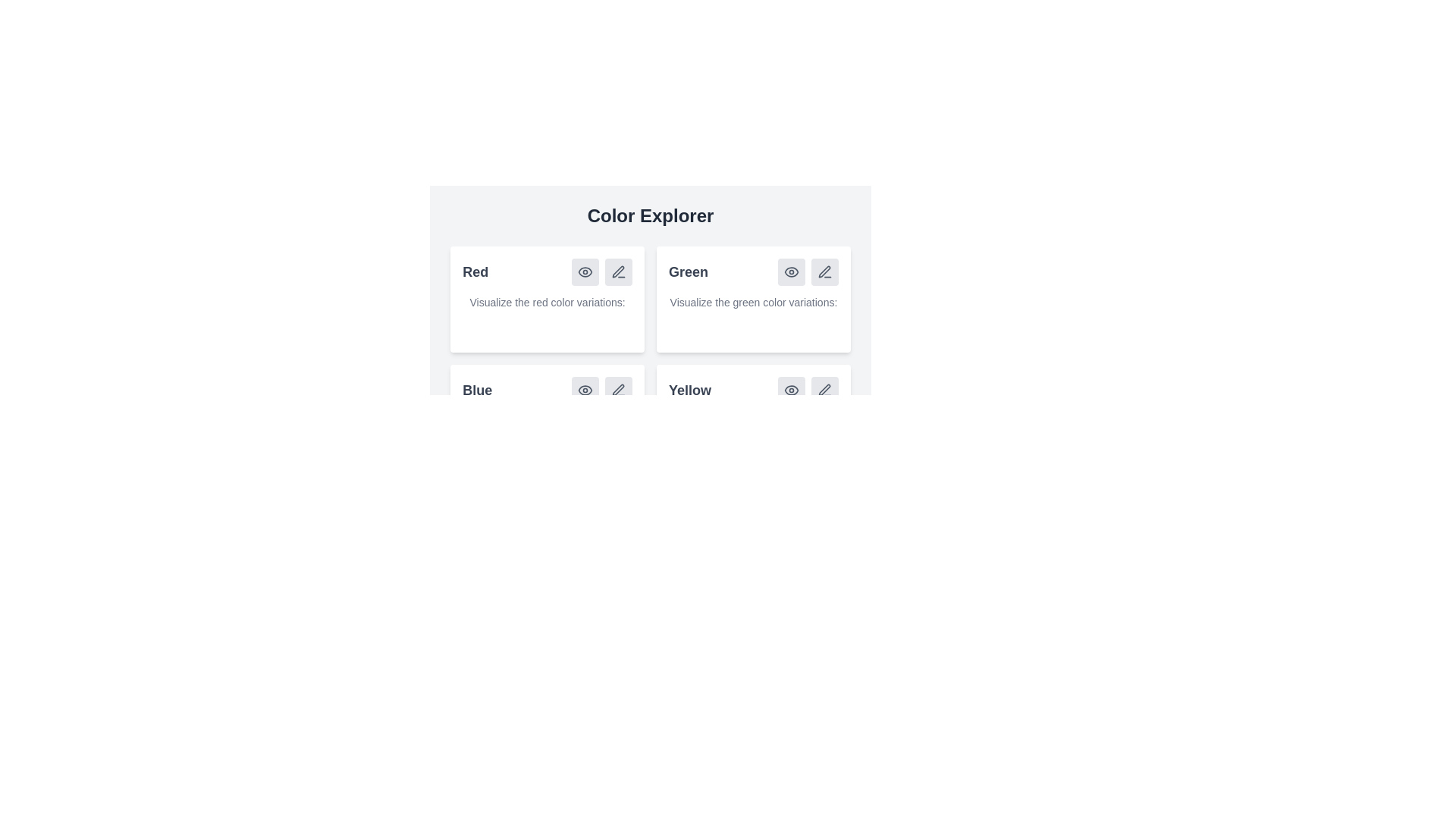 This screenshot has height=819, width=1456. What do you see at coordinates (790, 390) in the screenshot?
I see `the button with an eye icon, which is part of the 'Color Explorer' interface, located to the right of the 'Yellow' color section and to the left of the pencil icon button` at bounding box center [790, 390].